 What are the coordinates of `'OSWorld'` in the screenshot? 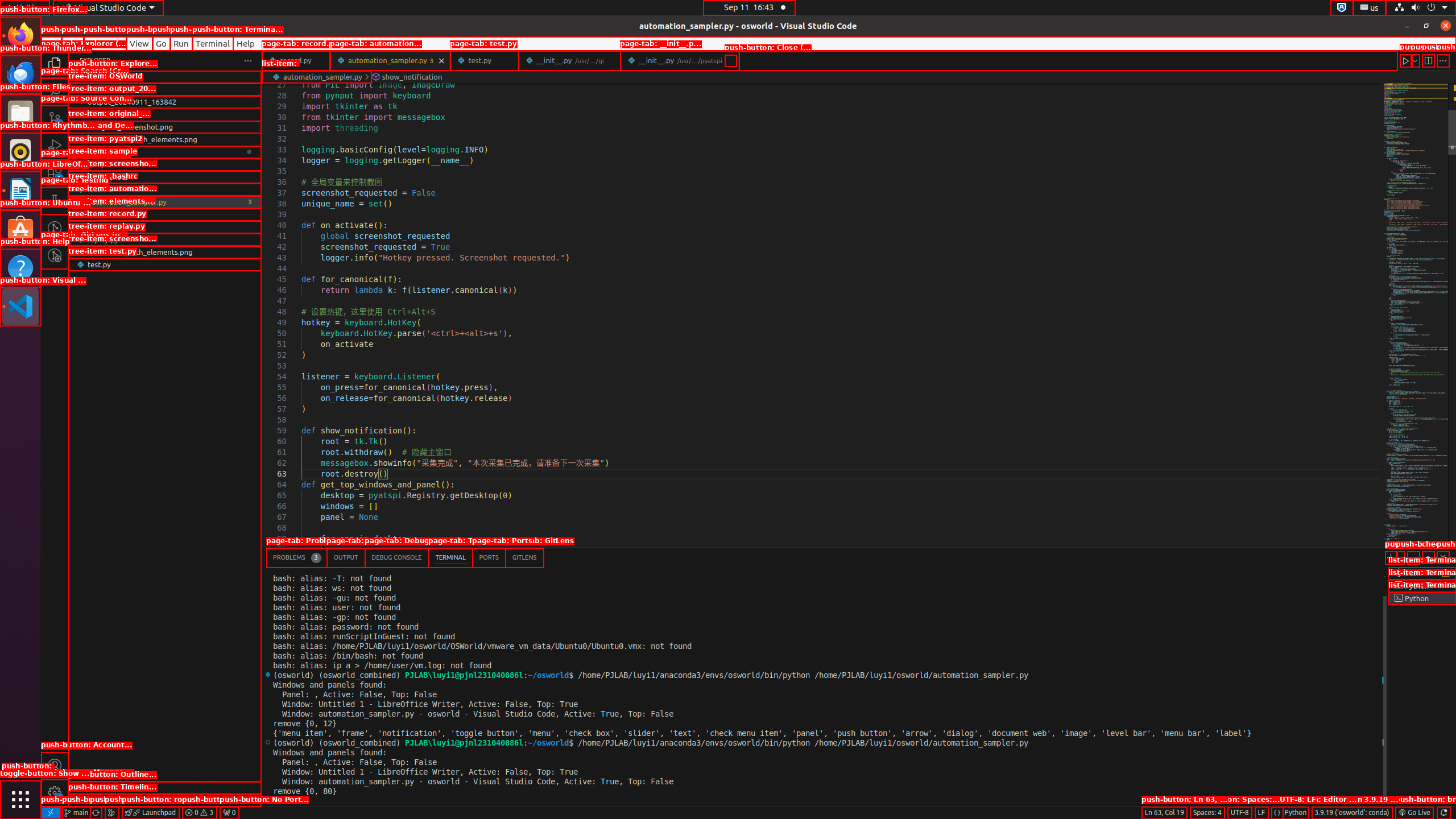 It's located at (164, 89).